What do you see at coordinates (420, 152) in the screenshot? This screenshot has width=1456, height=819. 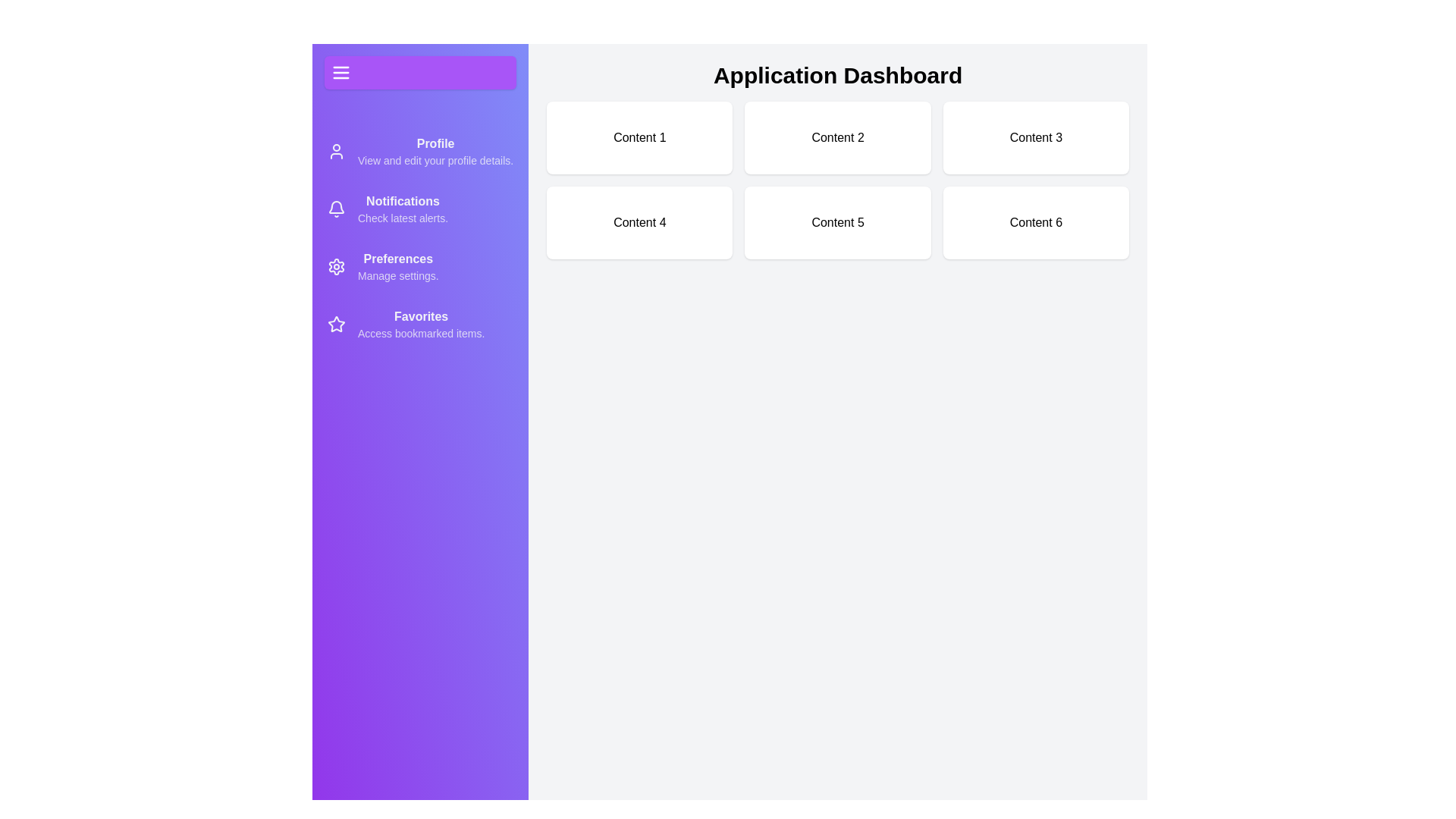 I see `the menu item Profile to view its hover effect` at bounding box center [420, 152].